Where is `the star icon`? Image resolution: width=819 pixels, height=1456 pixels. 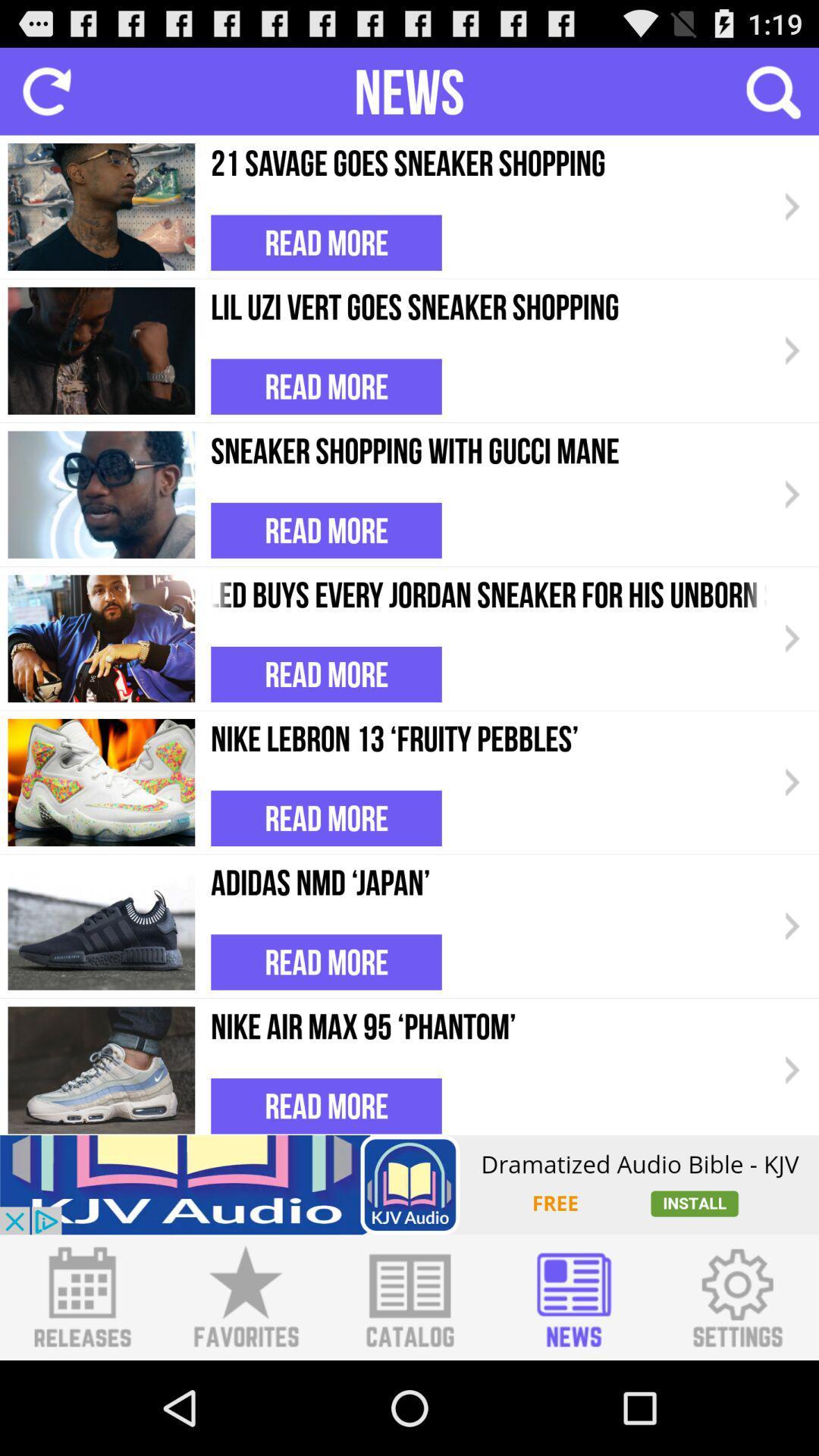
the star icon is located at coordinates (245, 1389).